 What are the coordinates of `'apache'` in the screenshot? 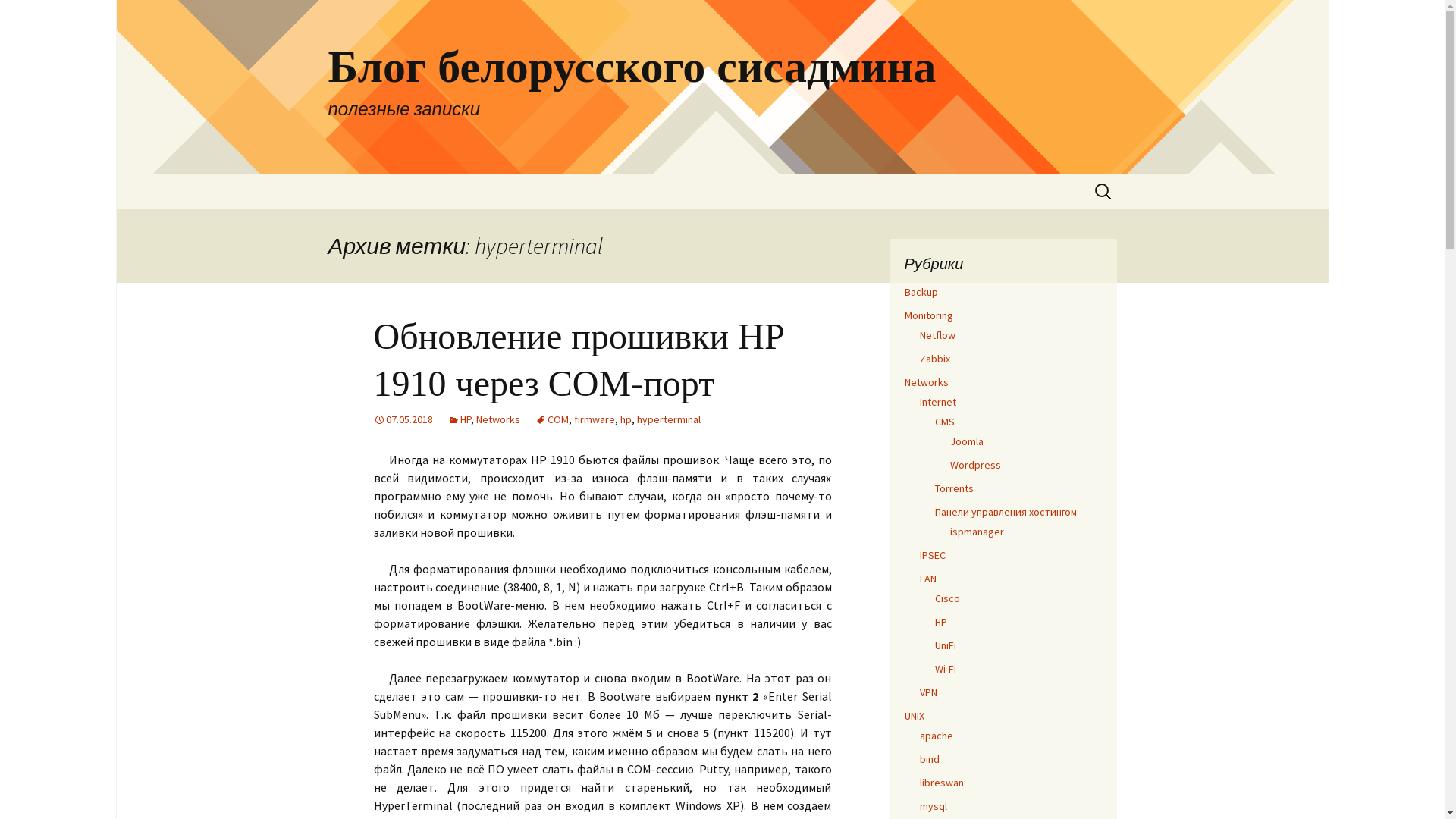 It's located at (934, 734).